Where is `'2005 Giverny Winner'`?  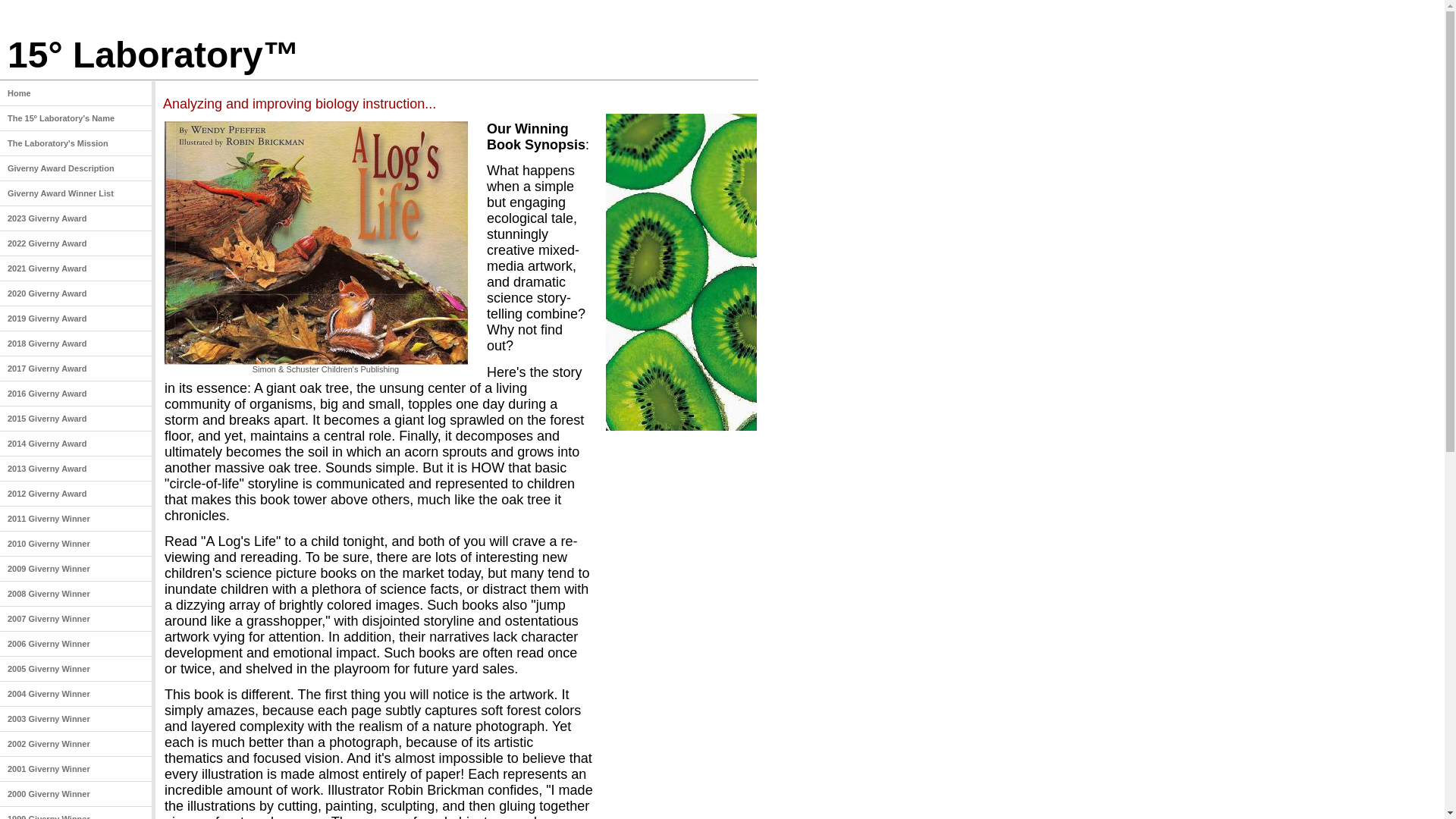
'2005 Giverny Winner' is located at coordinates (75, 668).